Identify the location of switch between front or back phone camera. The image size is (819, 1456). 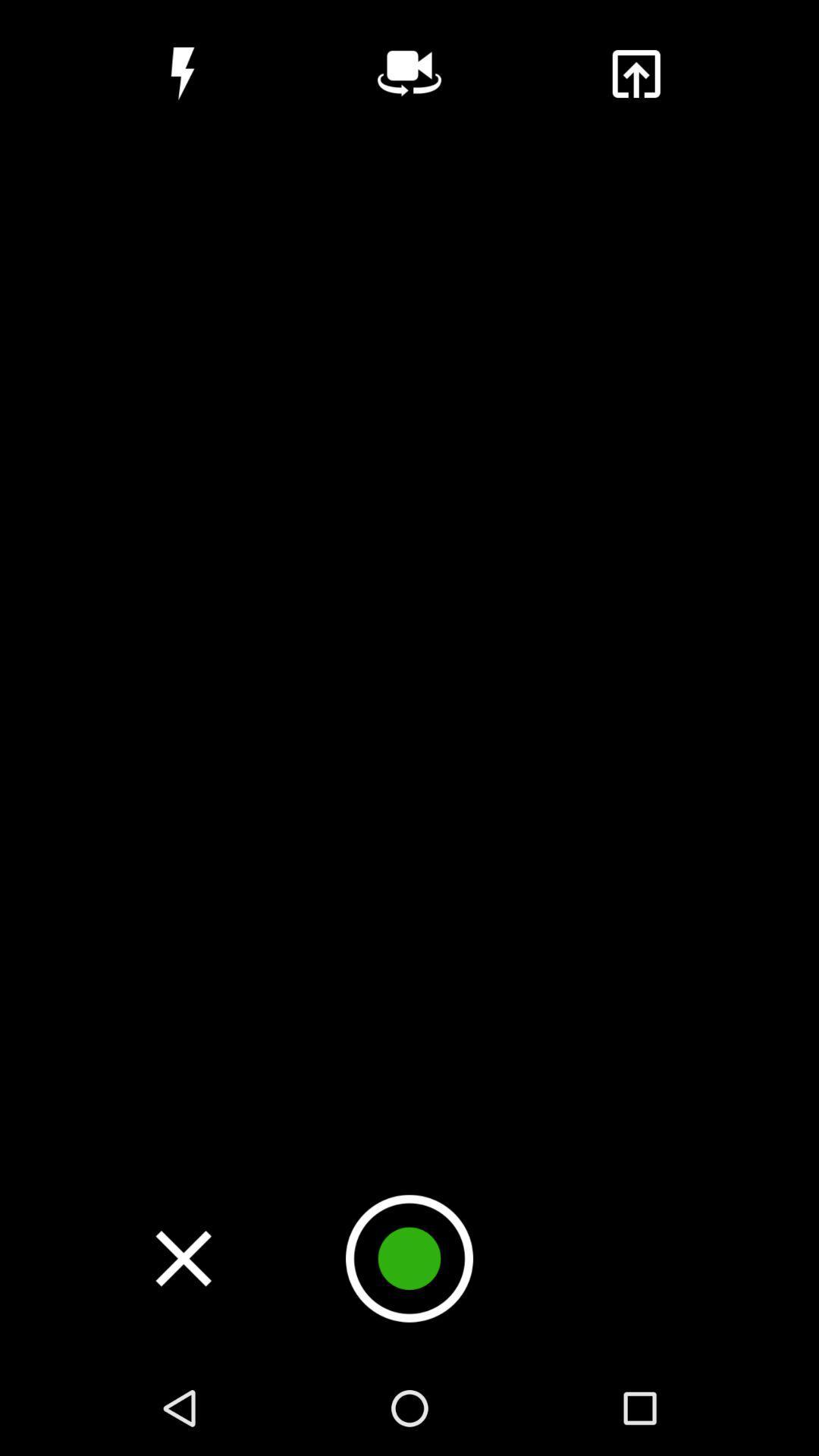
(409, 73).